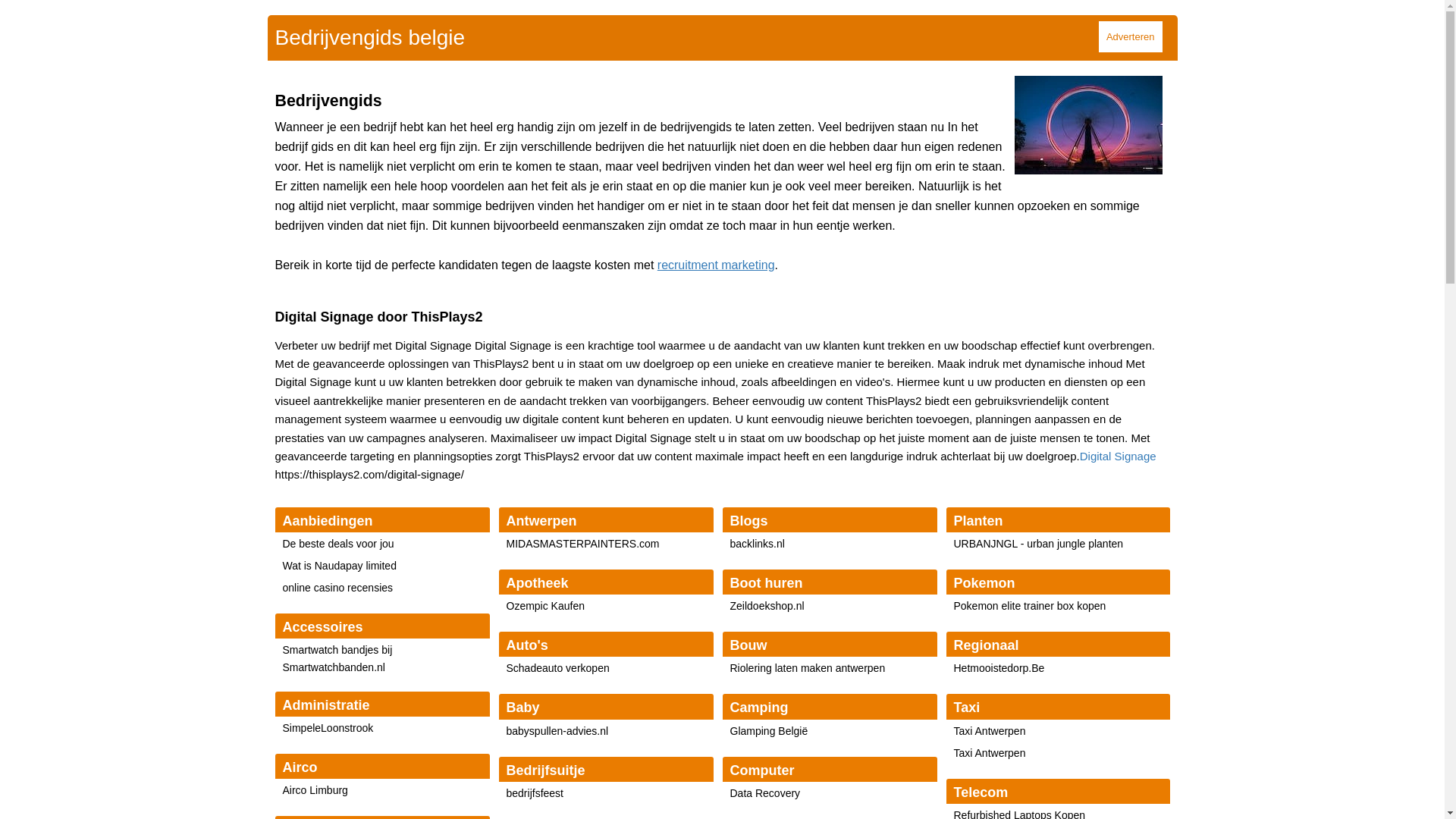 The image size is (1456, 819). I want to click on 'Wat is Naudapay limited', so click(337, 565).